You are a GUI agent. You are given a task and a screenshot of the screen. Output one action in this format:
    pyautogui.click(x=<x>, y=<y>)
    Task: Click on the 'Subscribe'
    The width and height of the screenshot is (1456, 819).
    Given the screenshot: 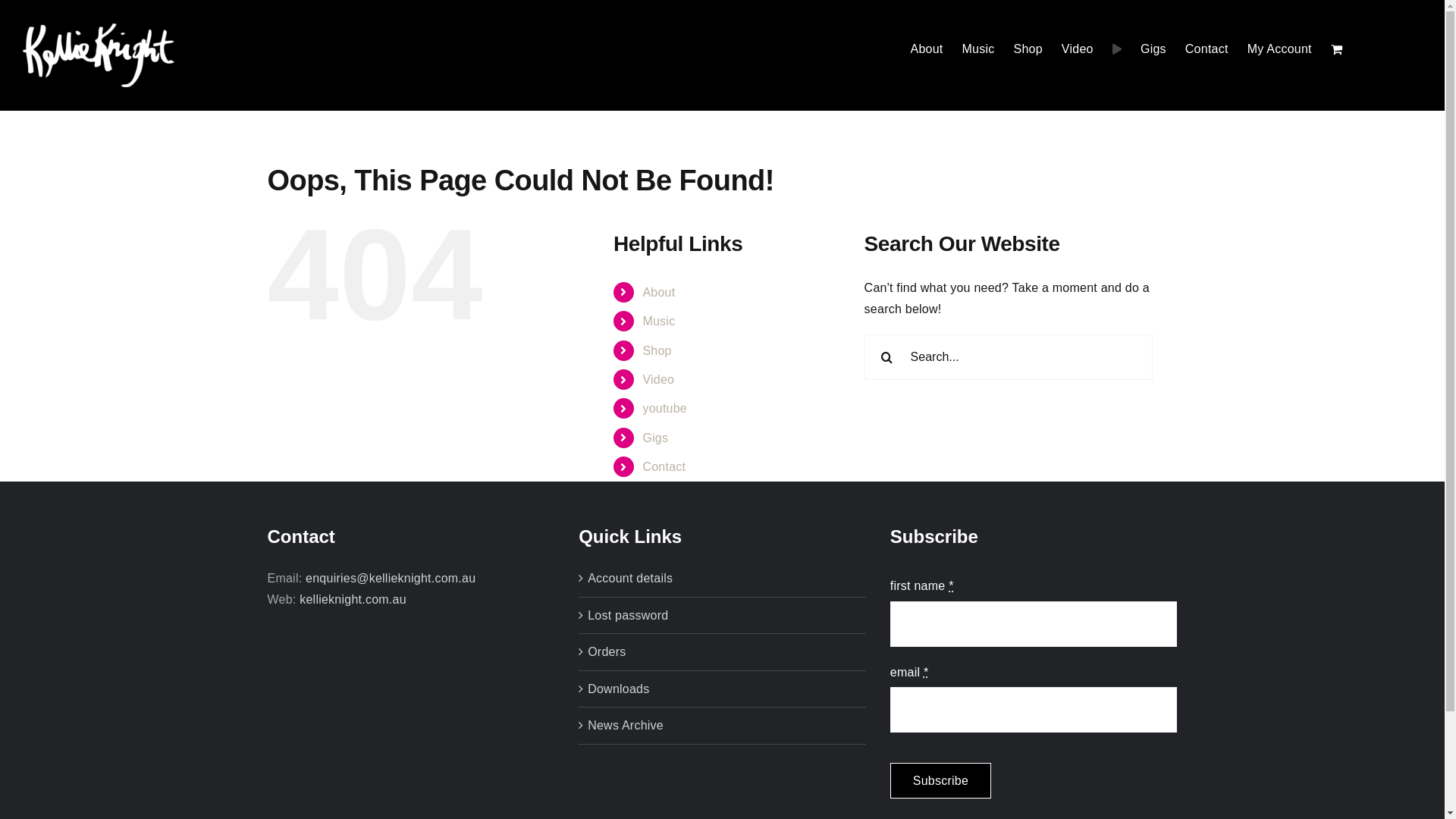 What is the action you would take?
    pyautogui.click(x=940, y=780)
    